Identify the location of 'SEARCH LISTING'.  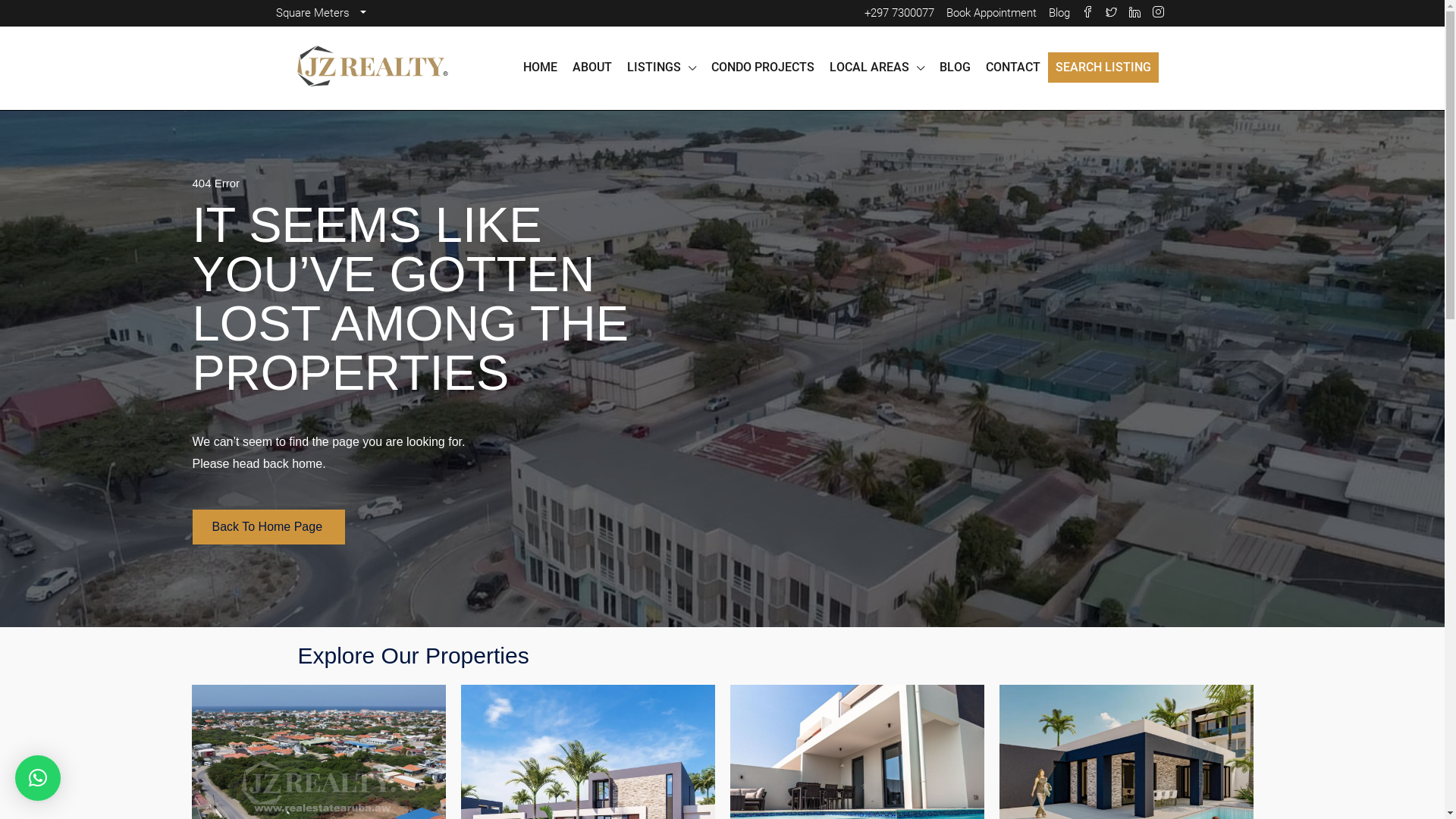
(1047, 66).